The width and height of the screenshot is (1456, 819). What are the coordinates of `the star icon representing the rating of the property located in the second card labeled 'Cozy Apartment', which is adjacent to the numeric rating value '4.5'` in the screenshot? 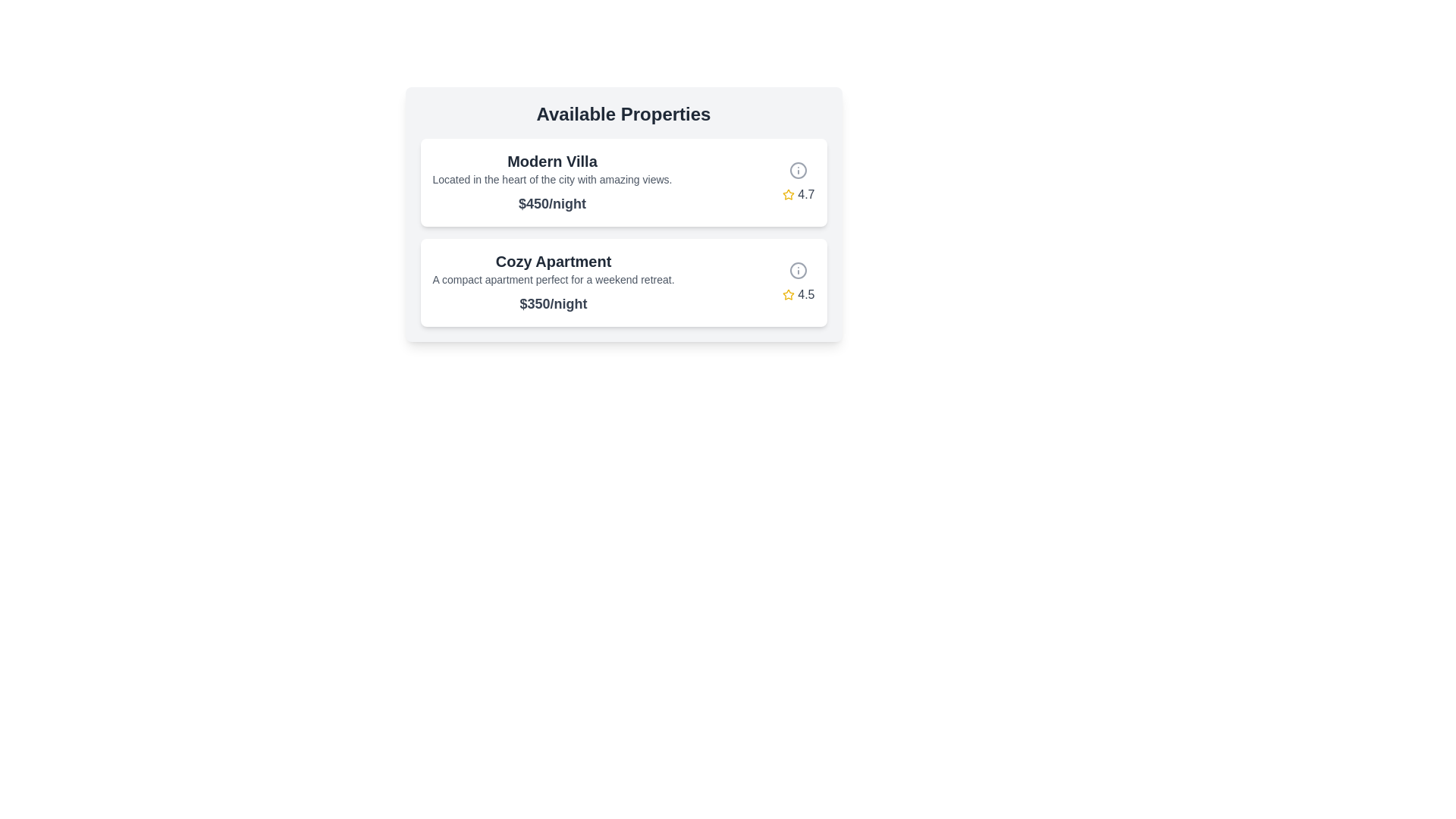 It's located at (789, 295).